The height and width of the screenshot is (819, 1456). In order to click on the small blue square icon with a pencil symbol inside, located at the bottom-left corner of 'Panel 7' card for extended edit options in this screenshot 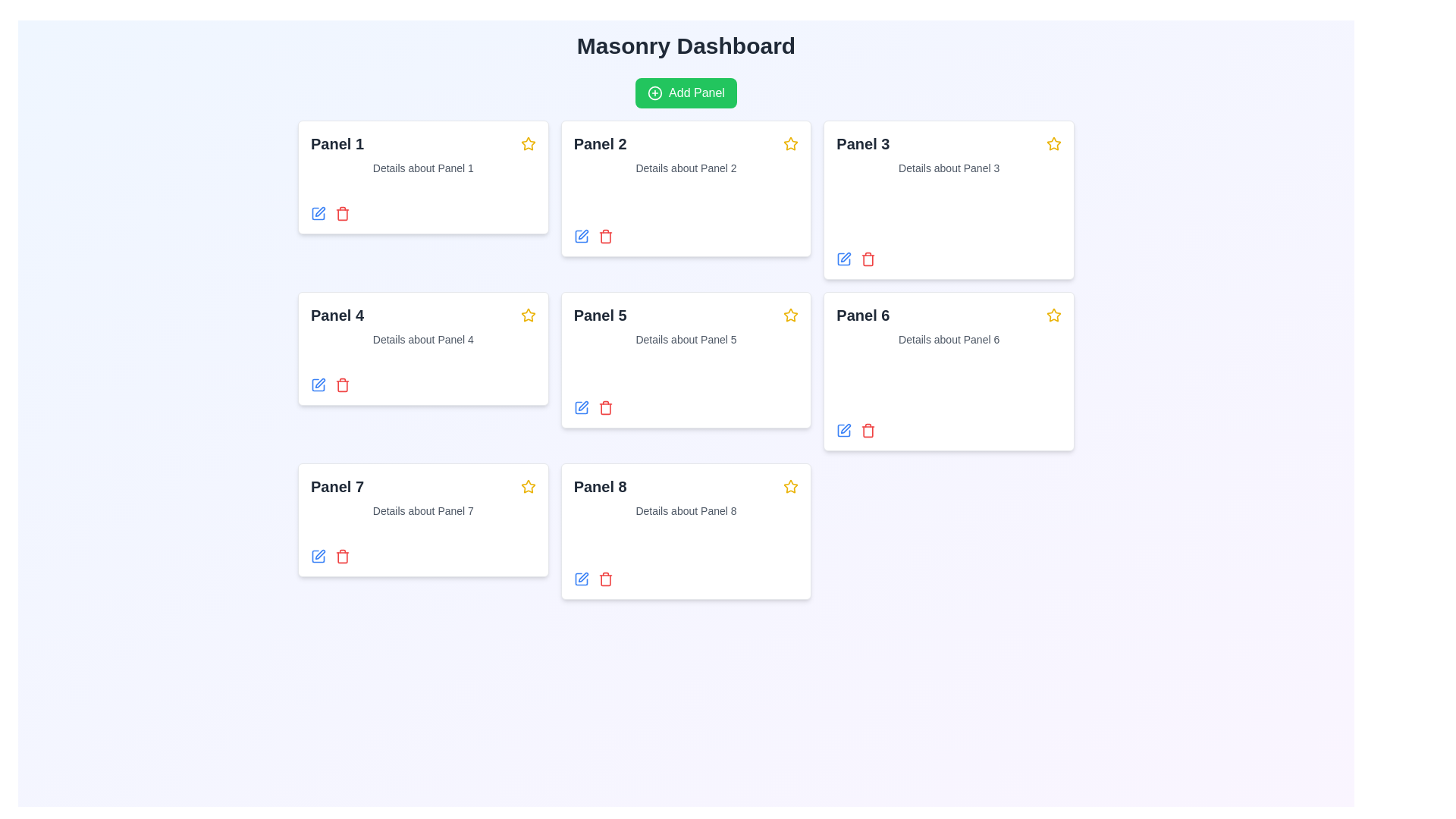, I will do `click(318, 556)`.